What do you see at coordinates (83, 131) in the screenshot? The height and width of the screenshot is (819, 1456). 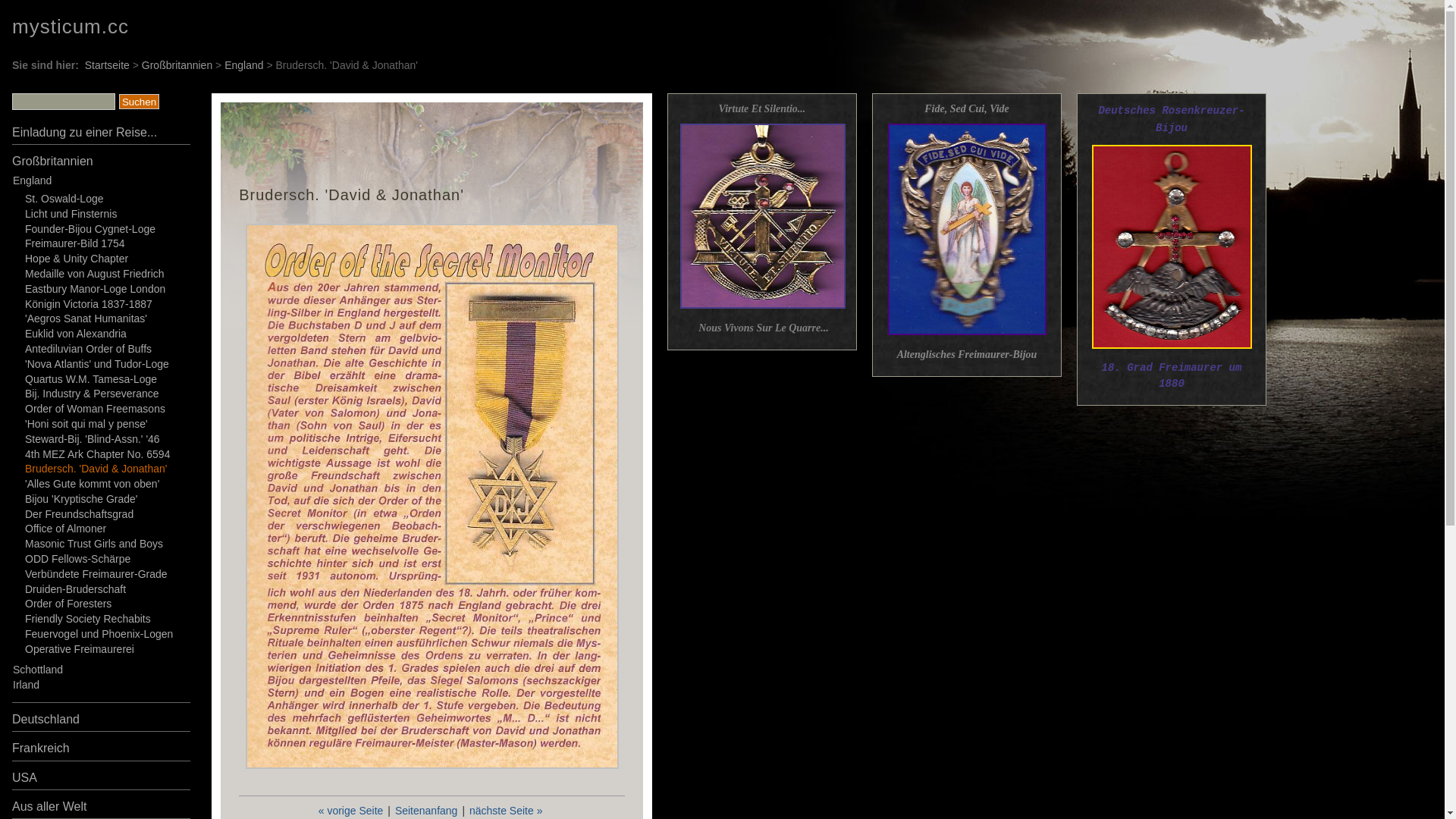 I see `'Einladung zu einer Reise...'` at bounding box center [83, 131].